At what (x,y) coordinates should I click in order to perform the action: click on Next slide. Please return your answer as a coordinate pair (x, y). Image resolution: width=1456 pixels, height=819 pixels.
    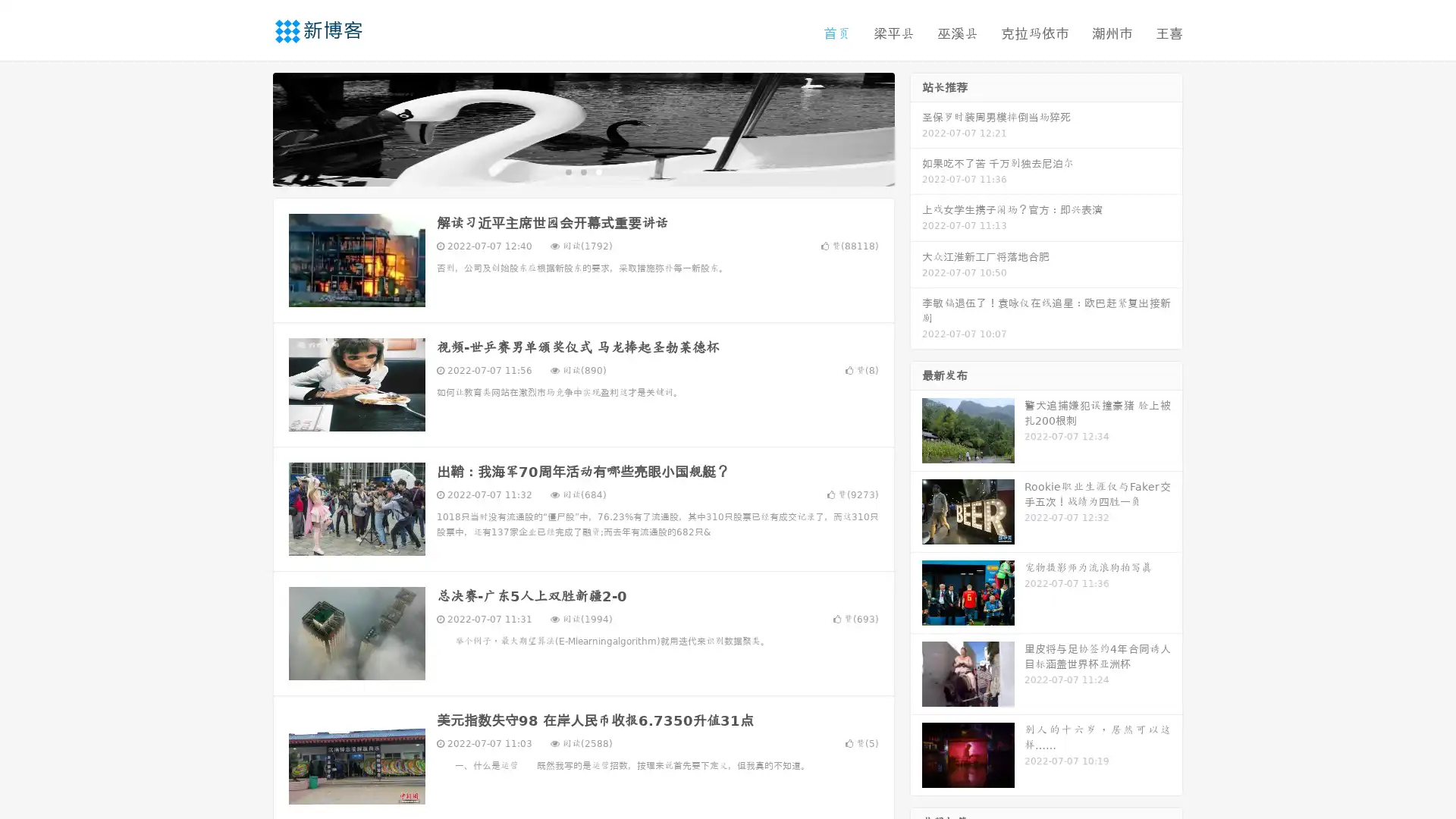
    Looking at the image, I should click on (916, 127).